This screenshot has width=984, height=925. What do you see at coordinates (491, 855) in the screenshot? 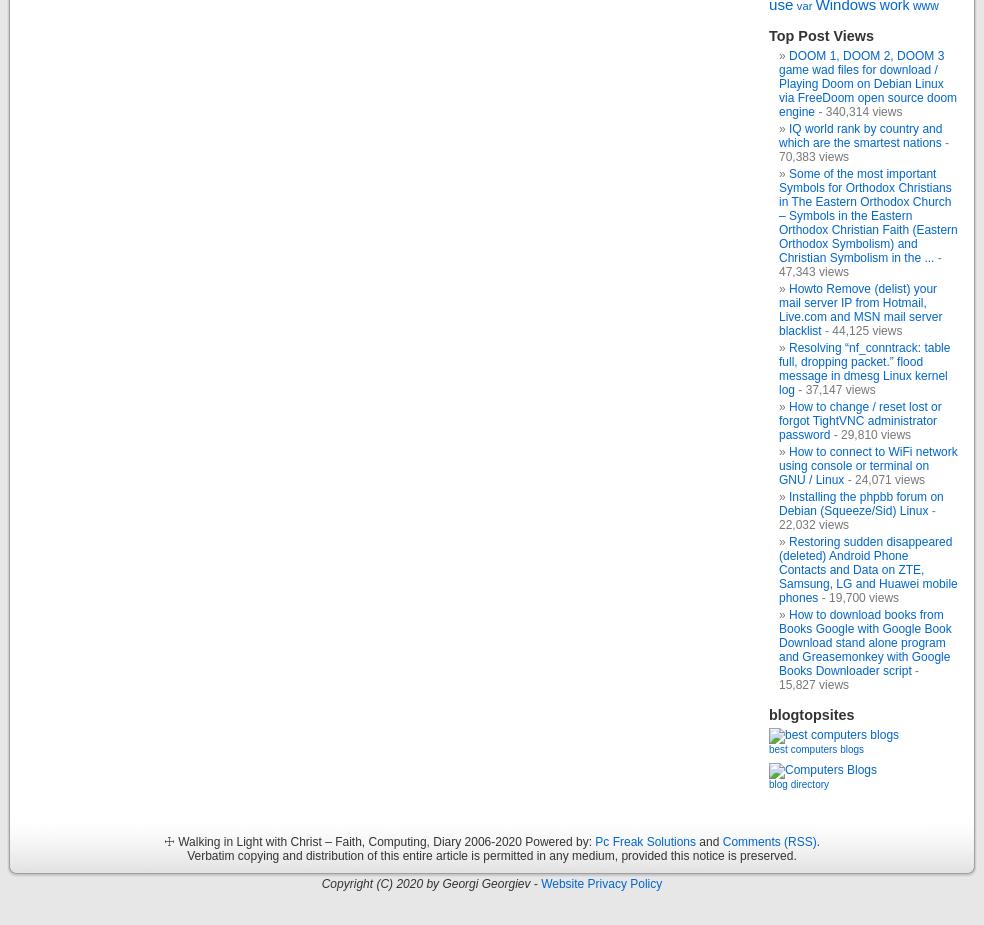
I see `'Verbatim copying and distribution of this entire article is permitted in any medium, provided this notice is preserved.'` at bounding box center [491, 855].